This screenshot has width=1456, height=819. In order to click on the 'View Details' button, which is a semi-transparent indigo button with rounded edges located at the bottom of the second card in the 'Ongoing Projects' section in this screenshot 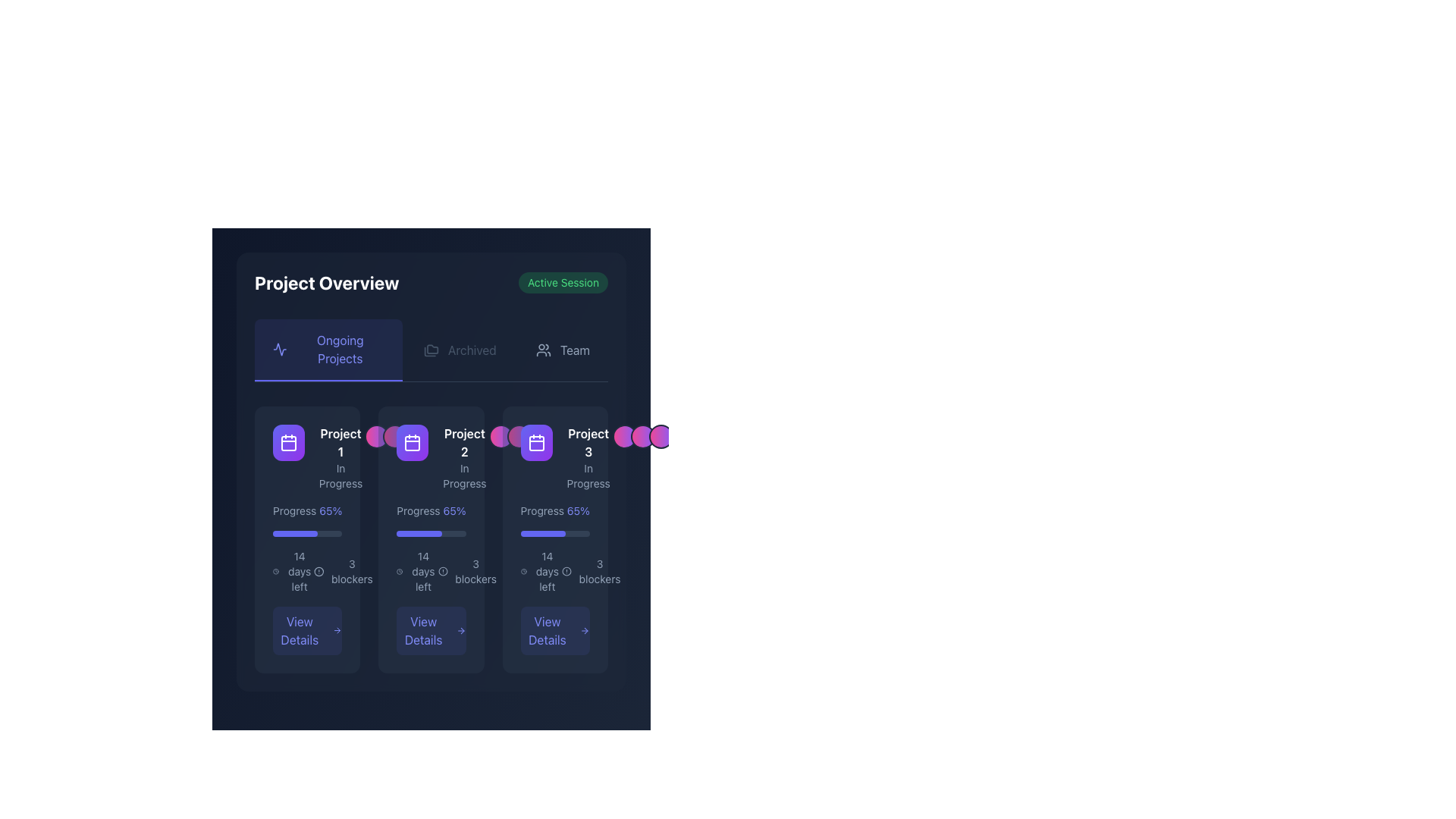, I will do `click(430, 631)`.